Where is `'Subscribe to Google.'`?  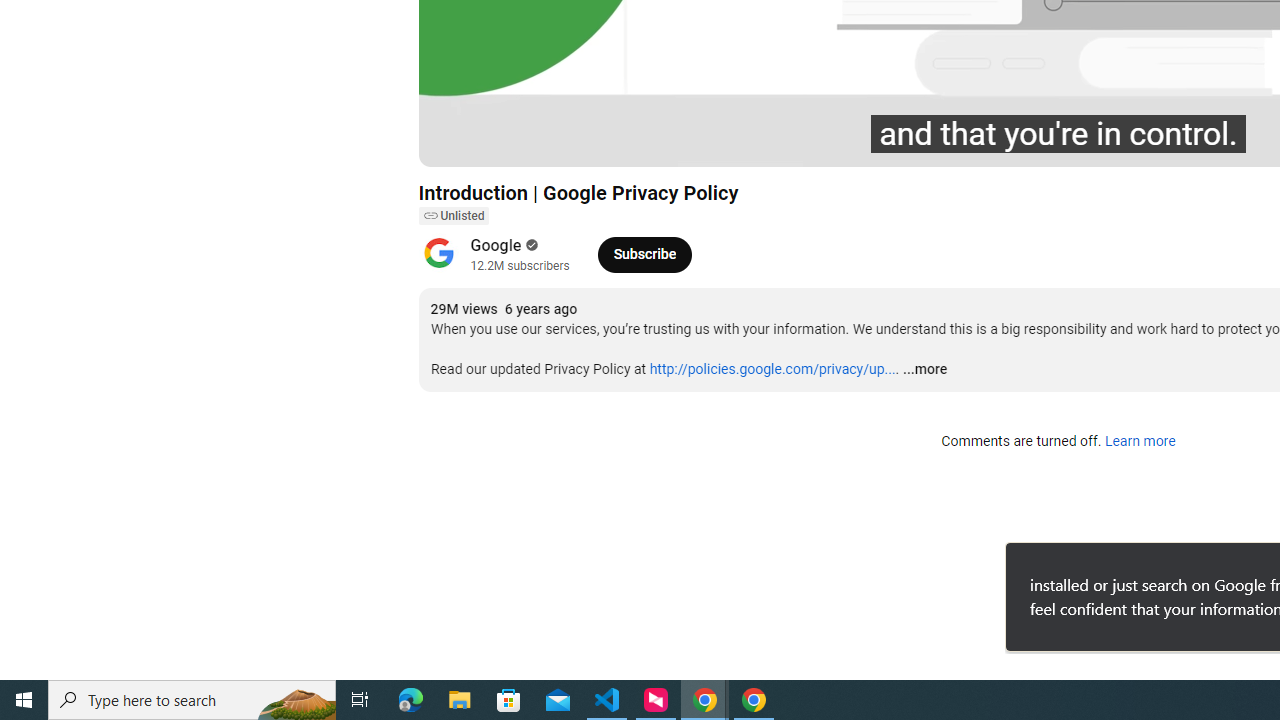 'Subscribe to Google.' is located at coordinates (644, 253).